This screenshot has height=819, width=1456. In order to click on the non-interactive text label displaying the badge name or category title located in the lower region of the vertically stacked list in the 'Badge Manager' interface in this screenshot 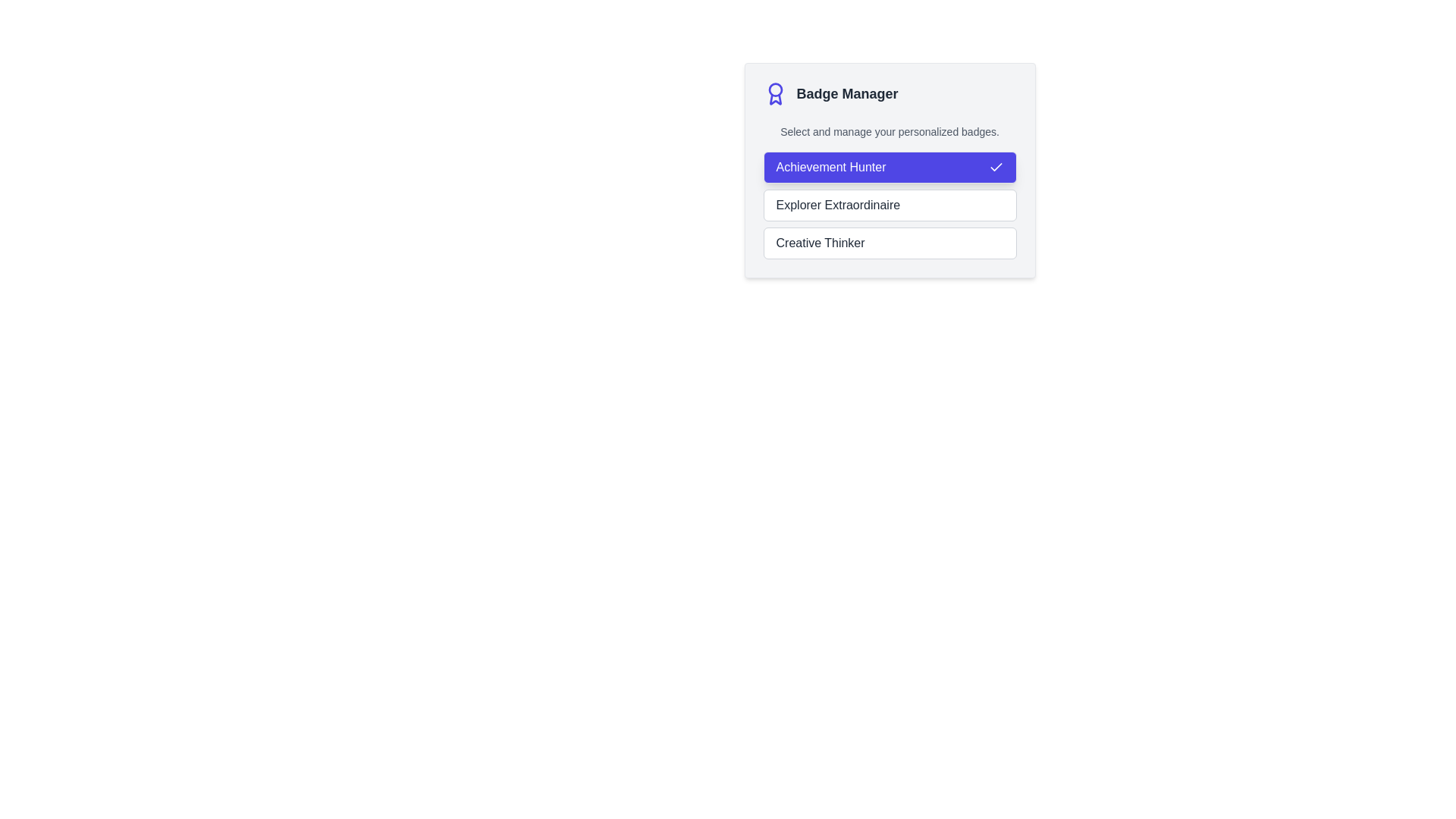, I will do `click(820, 242)`.